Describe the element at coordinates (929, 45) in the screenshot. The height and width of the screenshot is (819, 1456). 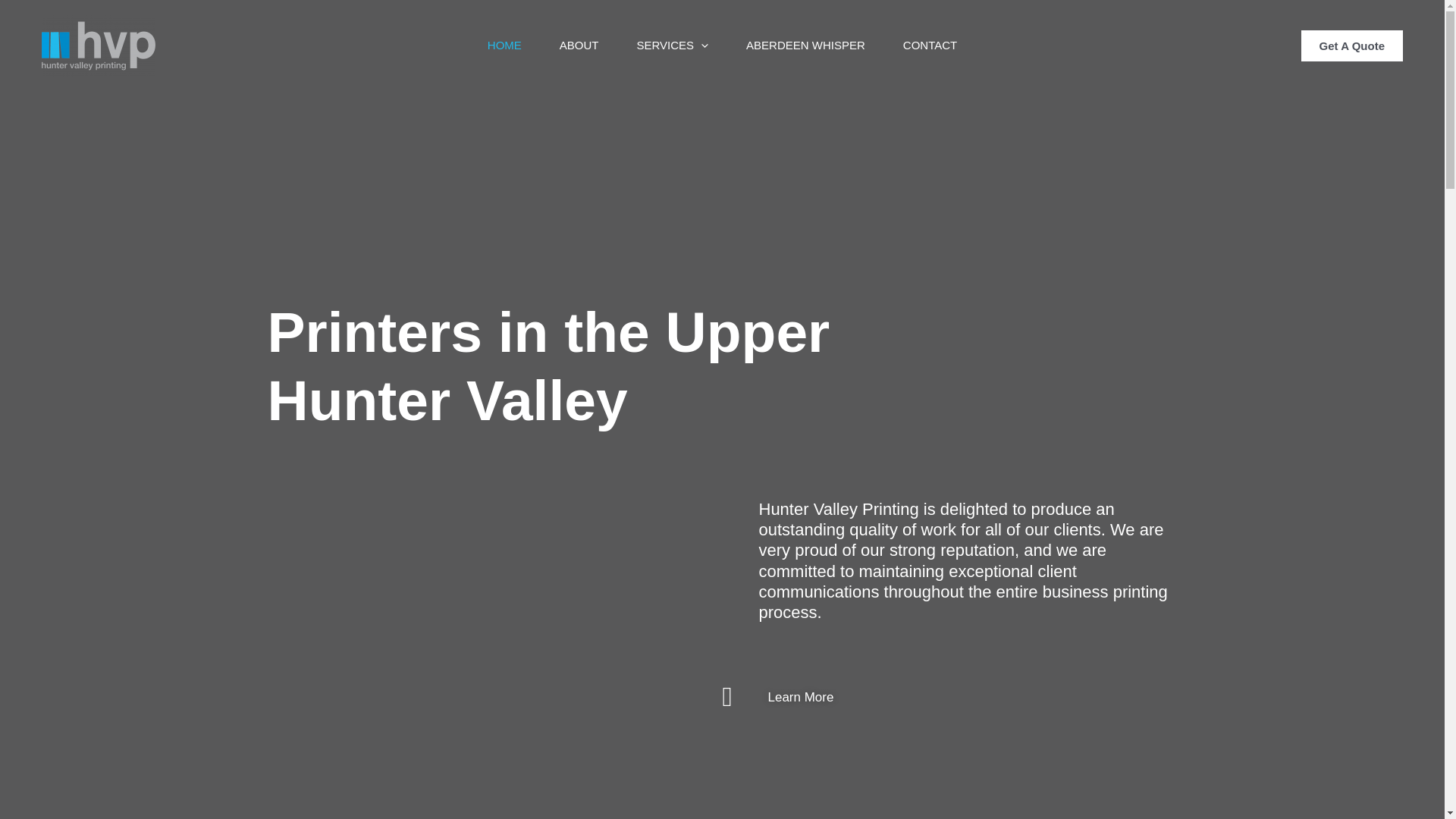
I see `'CONTACT'` at that location.